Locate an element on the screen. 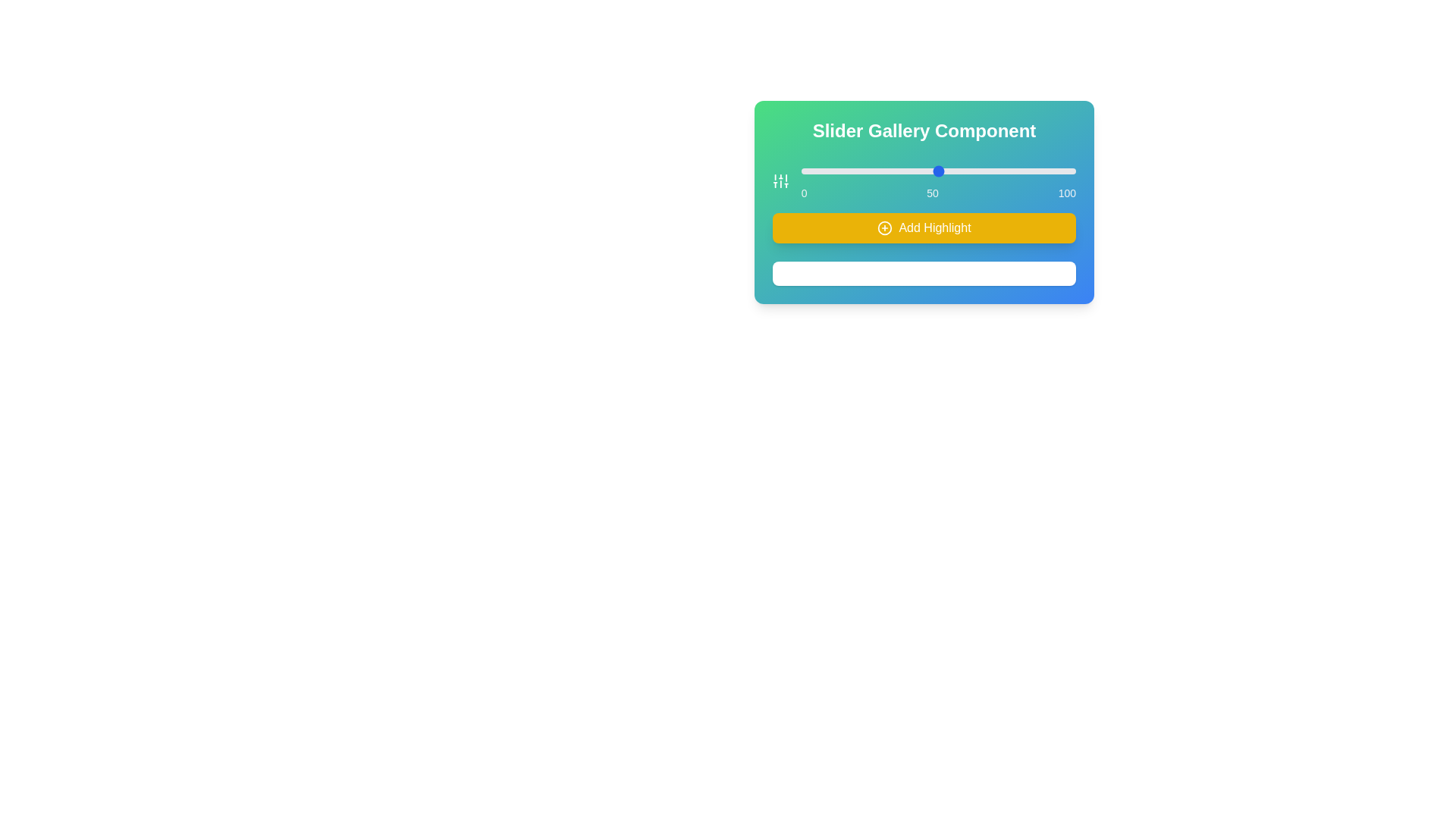 This screenshot has width=1456, height=819. the Text Display that shows the current value of a slider, positioned centrally between the numbers '0' and '100' is located at coordinates (932, 192).